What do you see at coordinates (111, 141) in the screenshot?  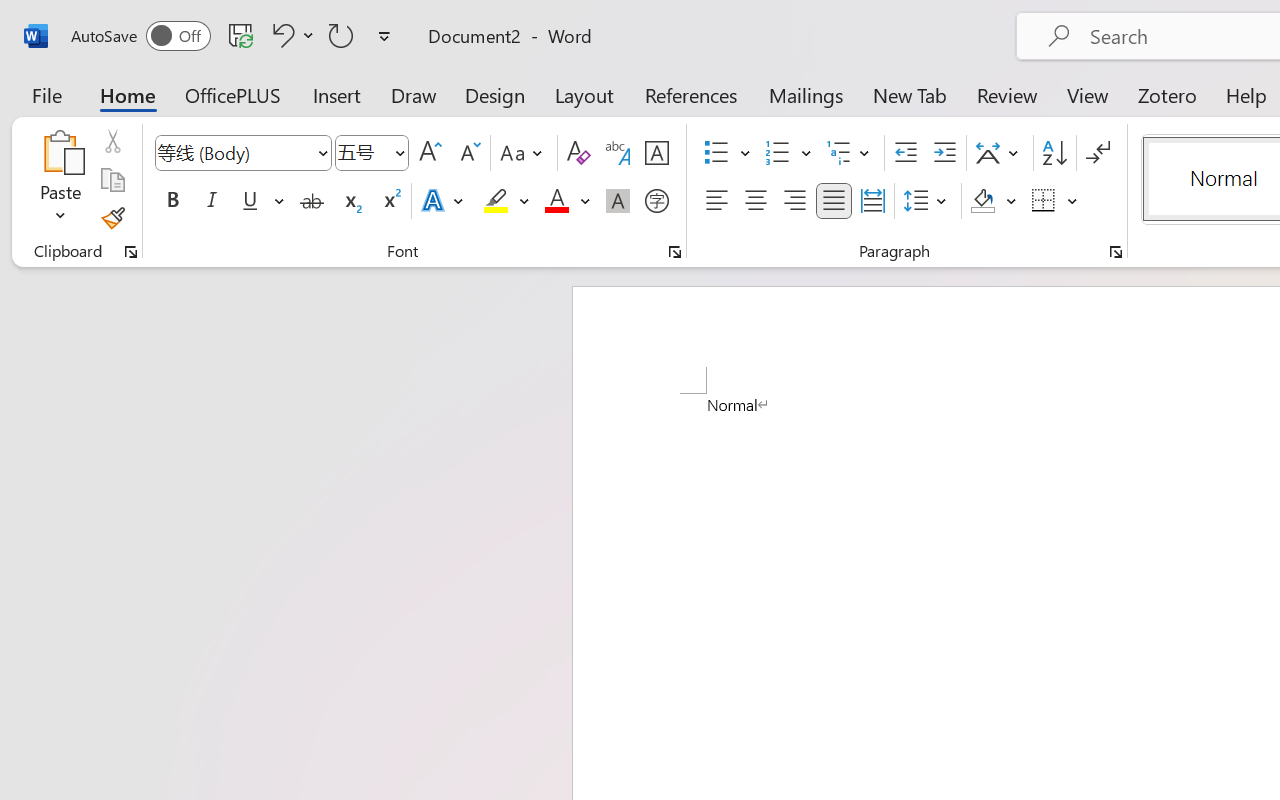 I see `'Cut'` at bounding box center [111, 141].